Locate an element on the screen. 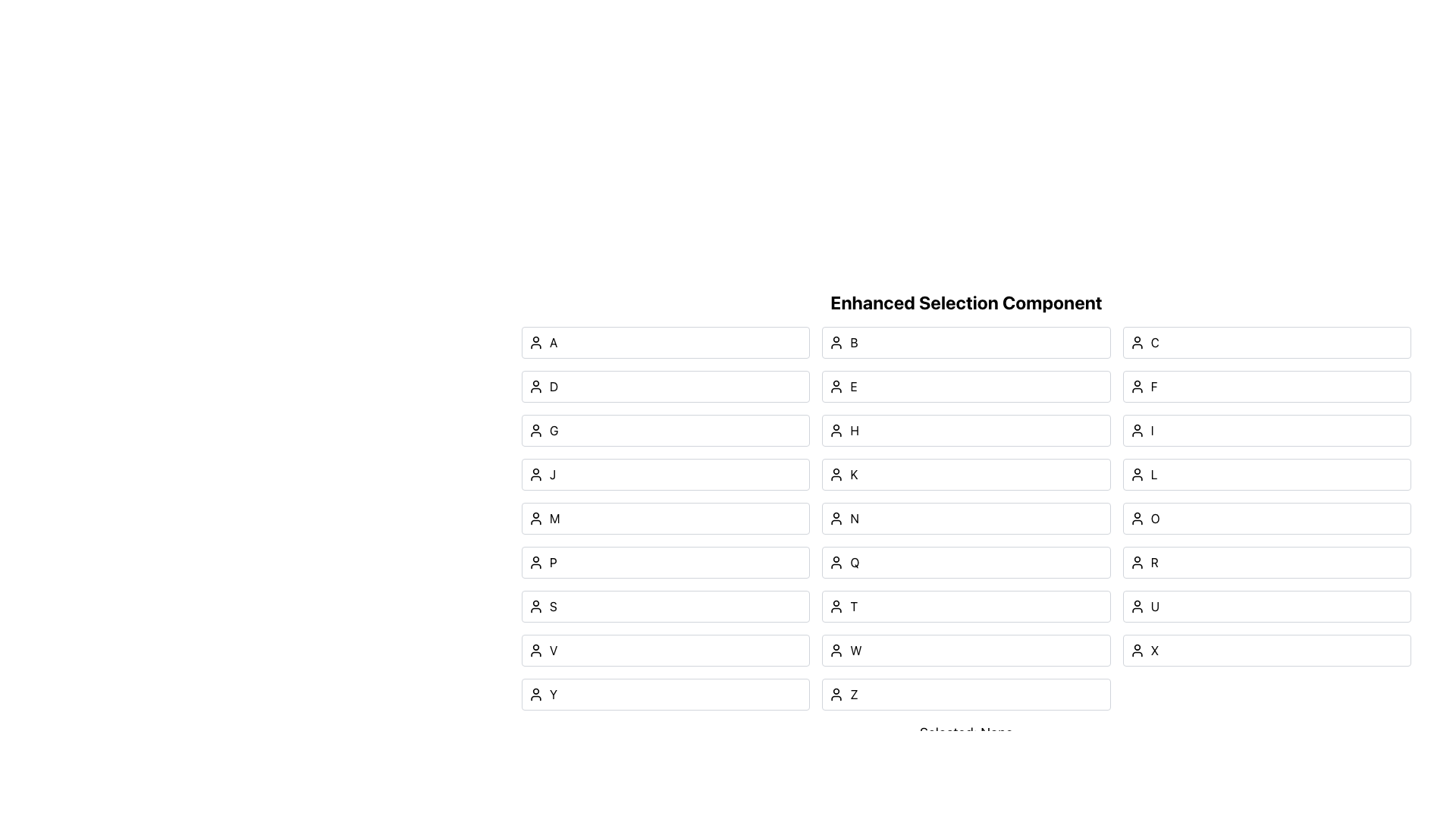 The width and height of the screenshot is (1456, 819). the user profile identifier icon located in the box containing the letter 'R' in the fifth column and fourth row of the Enhanced Selection Component interface is located at coordinates (1137, 562).